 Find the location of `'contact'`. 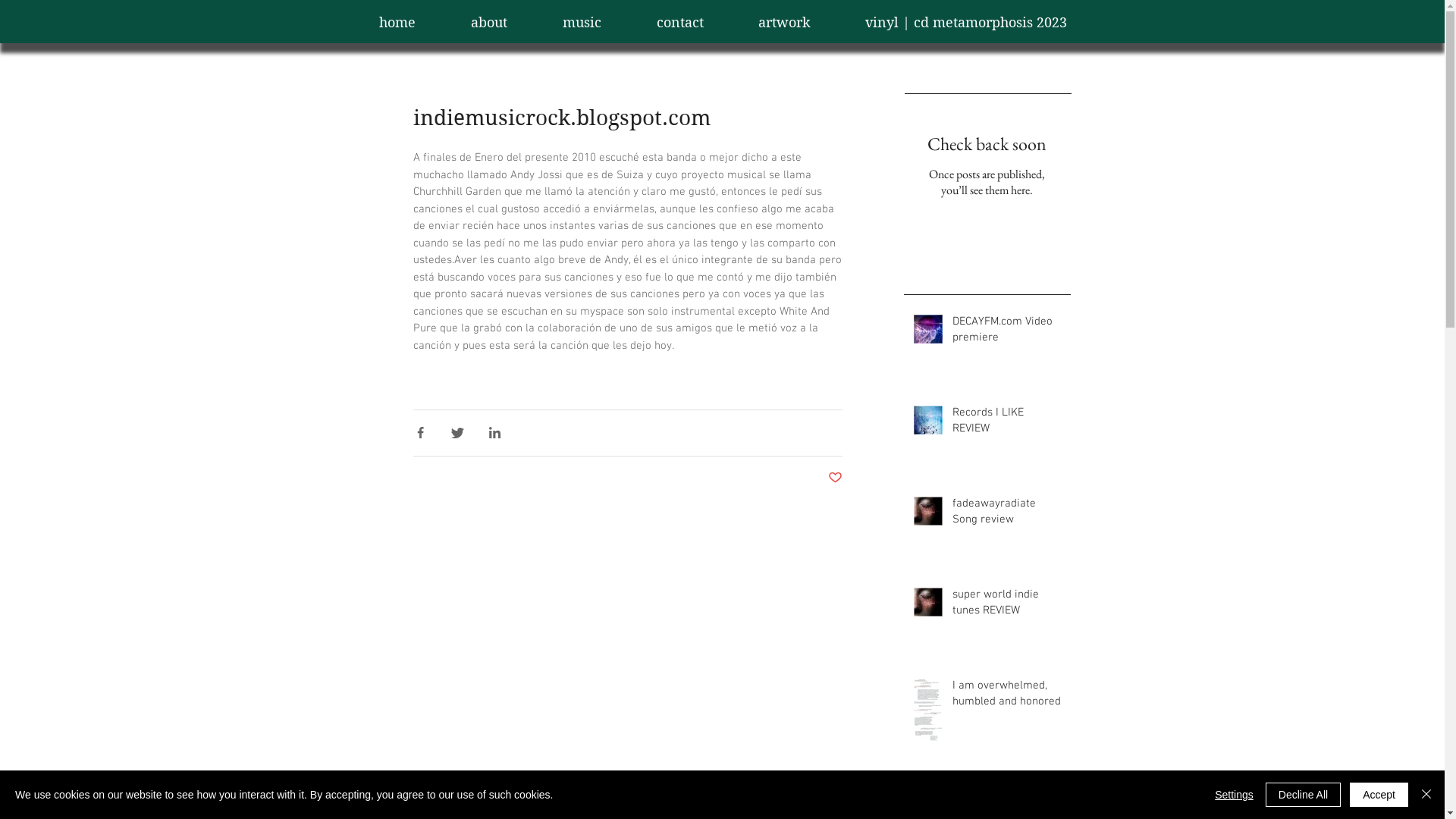

'contact' is located at coordinates (679, 23).